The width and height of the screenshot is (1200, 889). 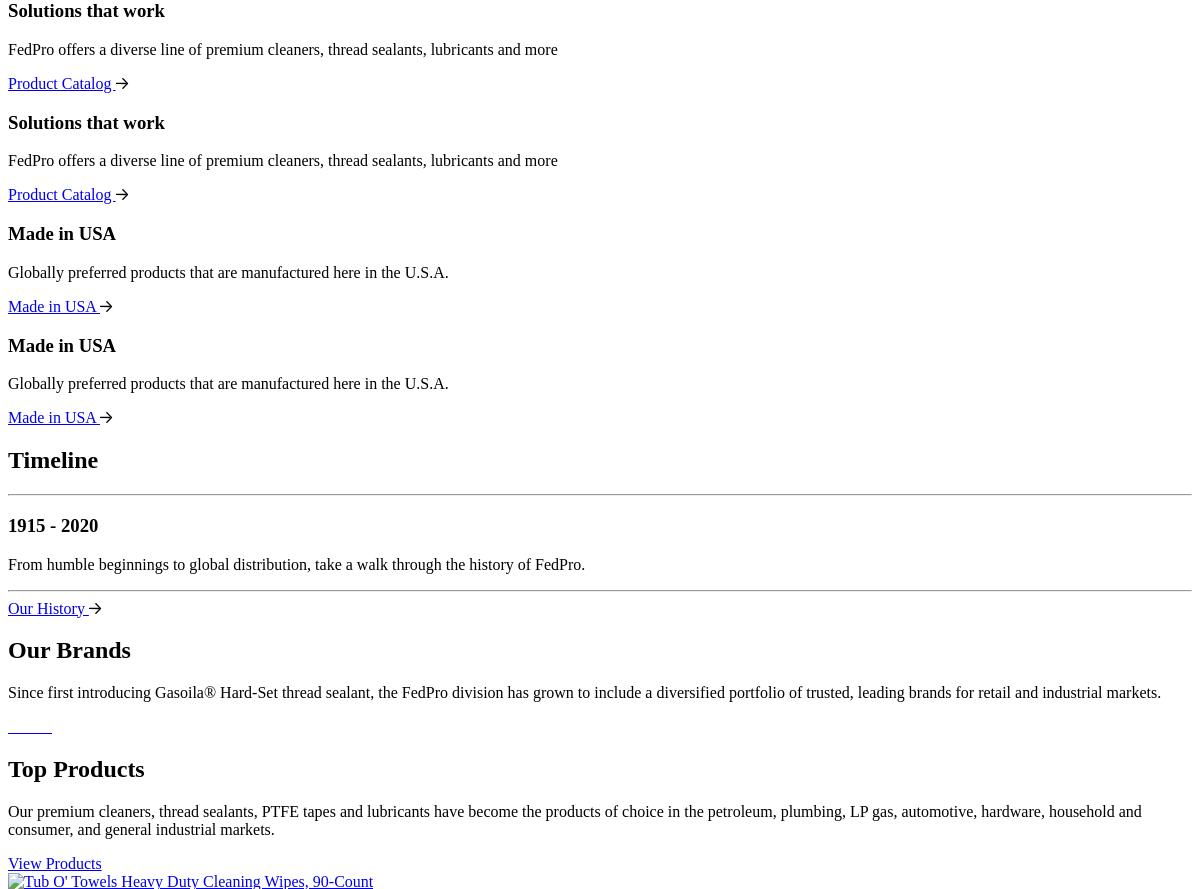 I want to click on 'Our premium cleaners, thread sealants, PTFE tapes and lubricants have become the products of choice in the petroleum, plumbing, LP gas, automotive, hardware, household and consumer, and general industrial markets.', so click(x=8, y=820).